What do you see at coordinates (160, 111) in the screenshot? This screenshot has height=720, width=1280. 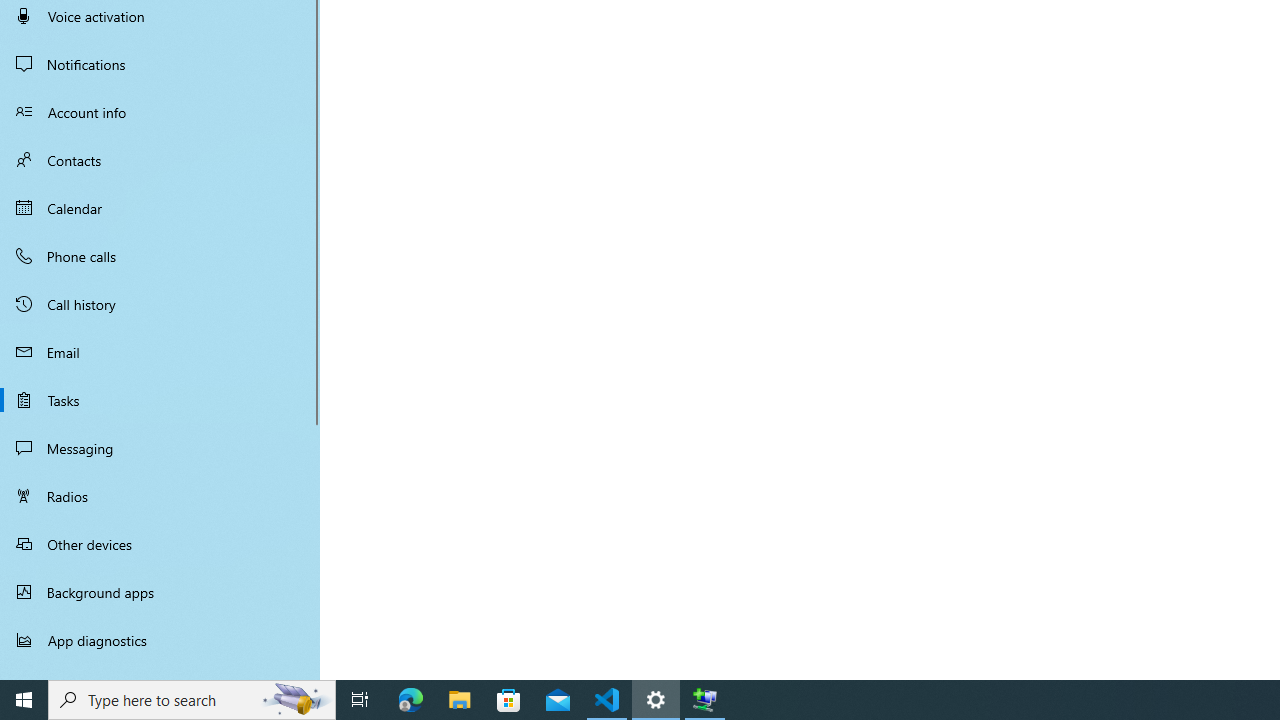 I see `'Account info'` at bounding box center [160, 111].